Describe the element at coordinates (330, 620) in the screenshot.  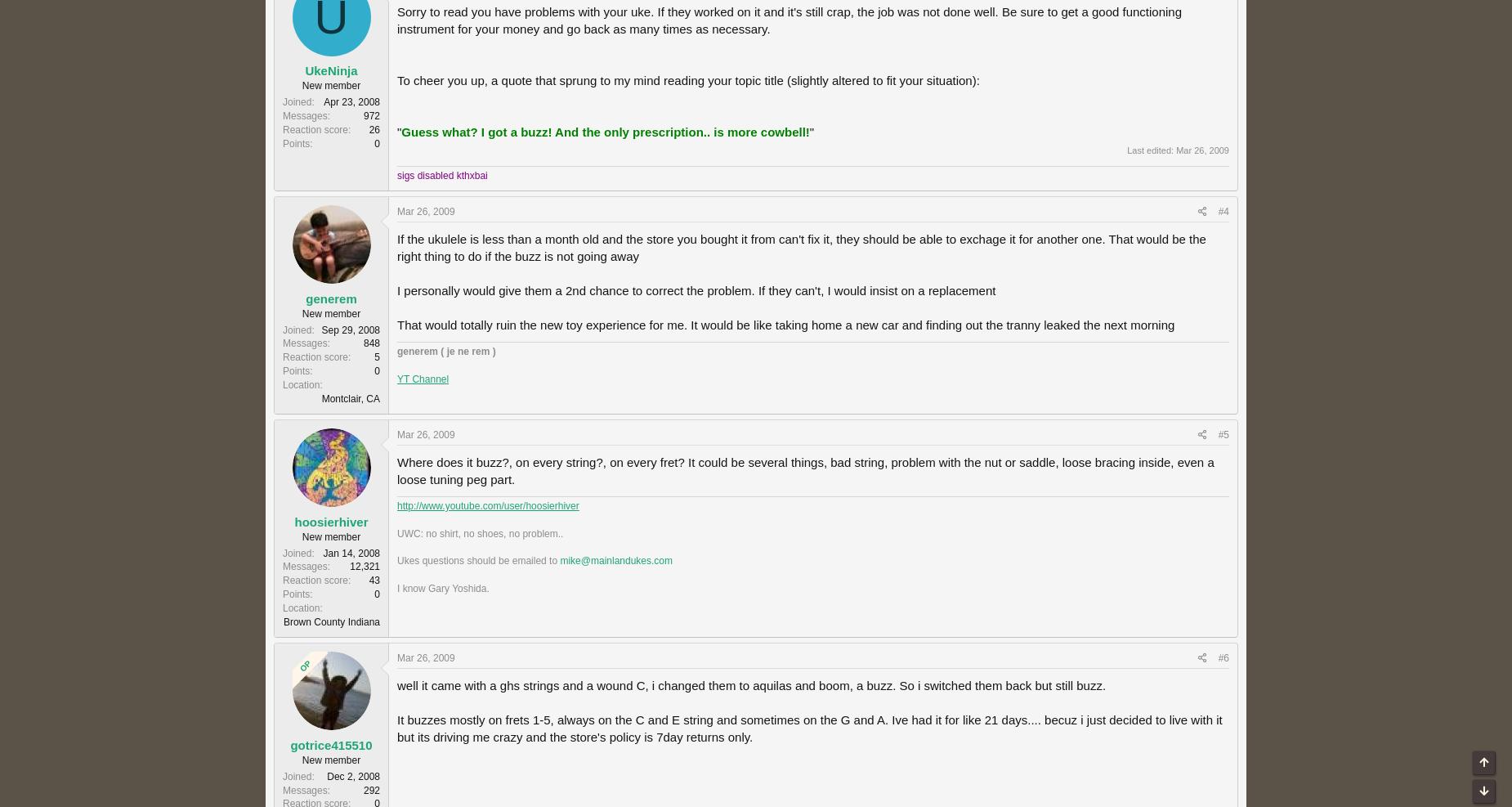
I see `'Brown County Indiana'` at that location.